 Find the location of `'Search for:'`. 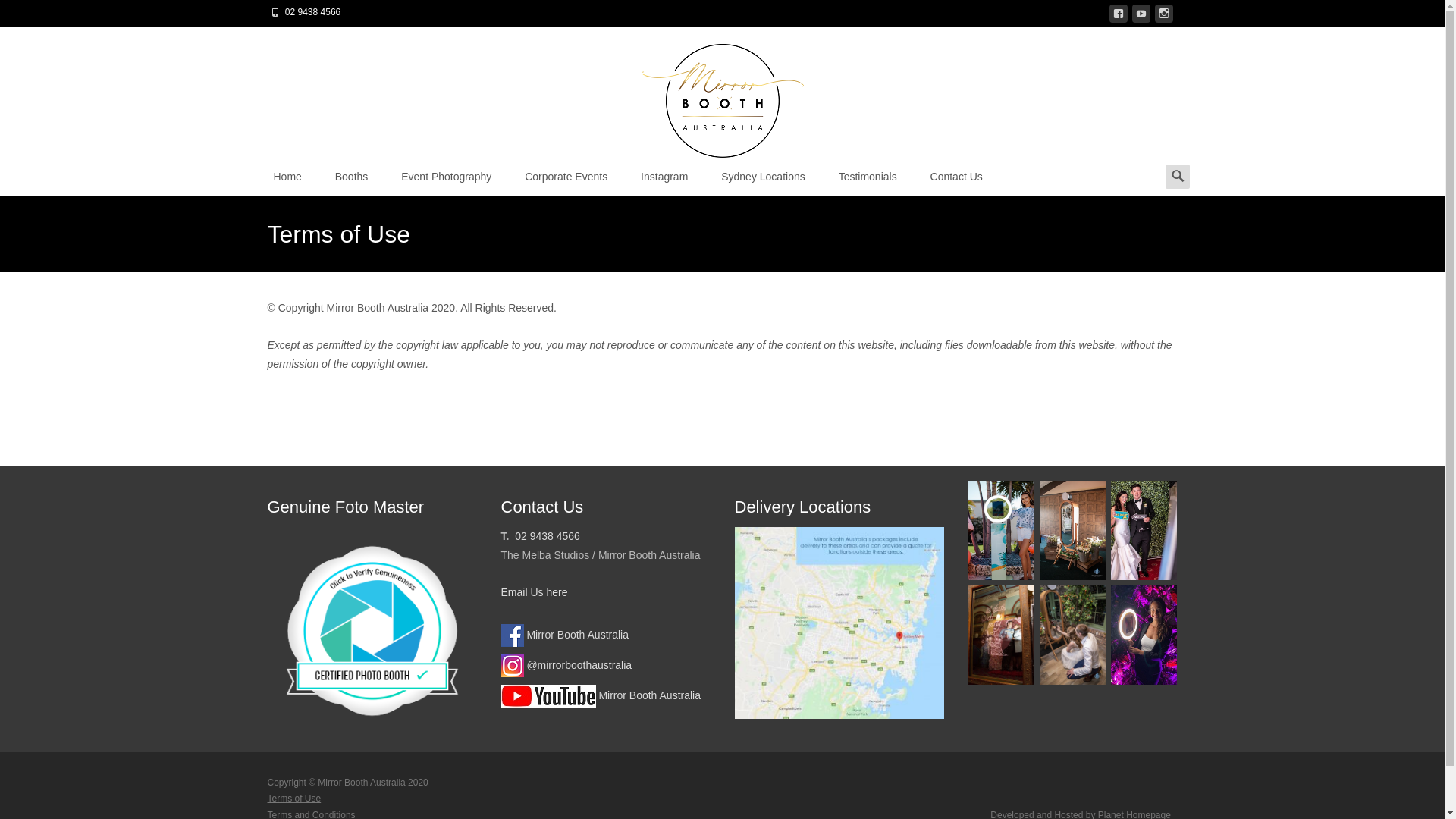

'Search for:' is located at coordinates (1175, 175).